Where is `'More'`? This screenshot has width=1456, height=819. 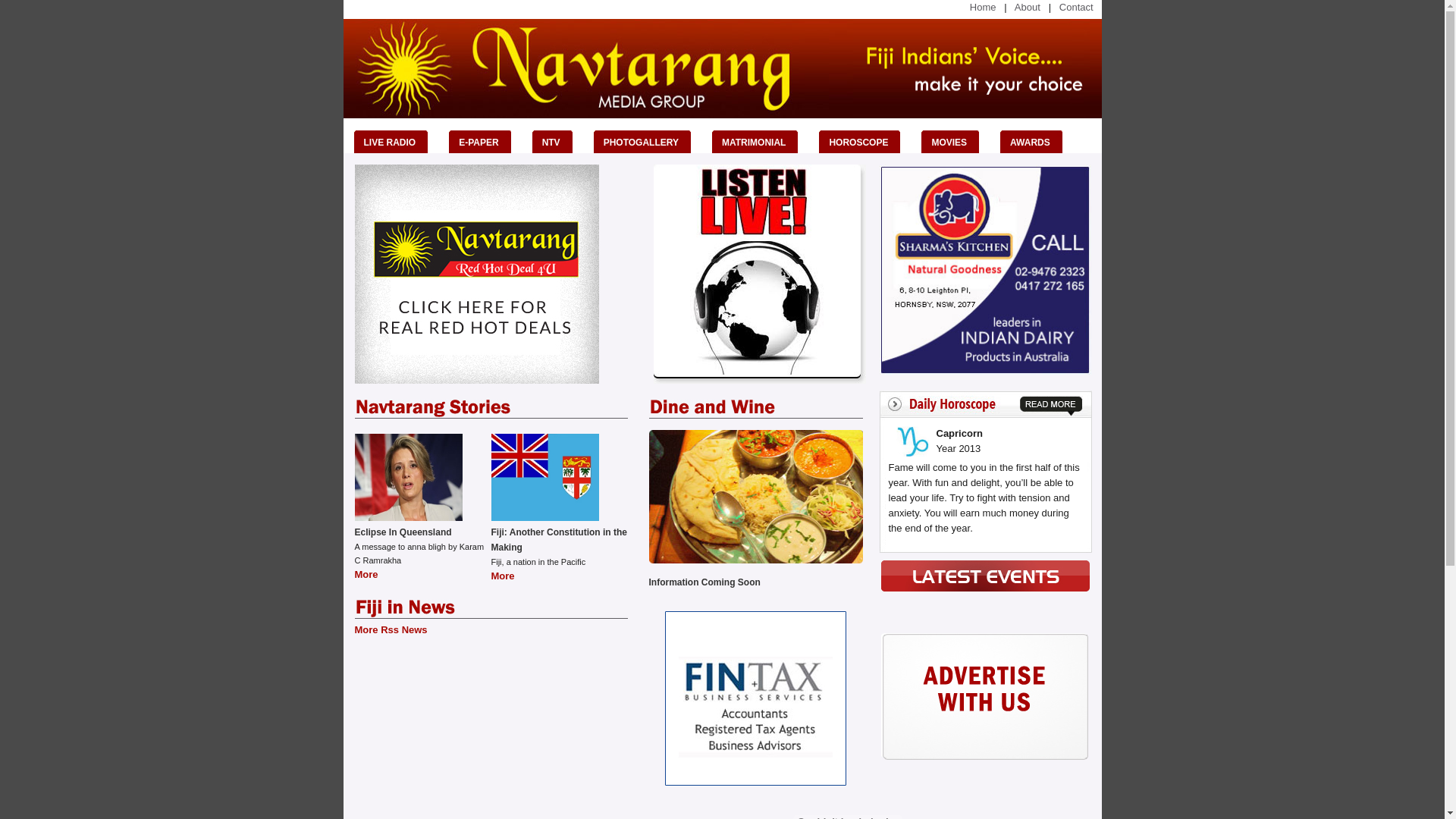 'More' is located at coordinates (503, 576).